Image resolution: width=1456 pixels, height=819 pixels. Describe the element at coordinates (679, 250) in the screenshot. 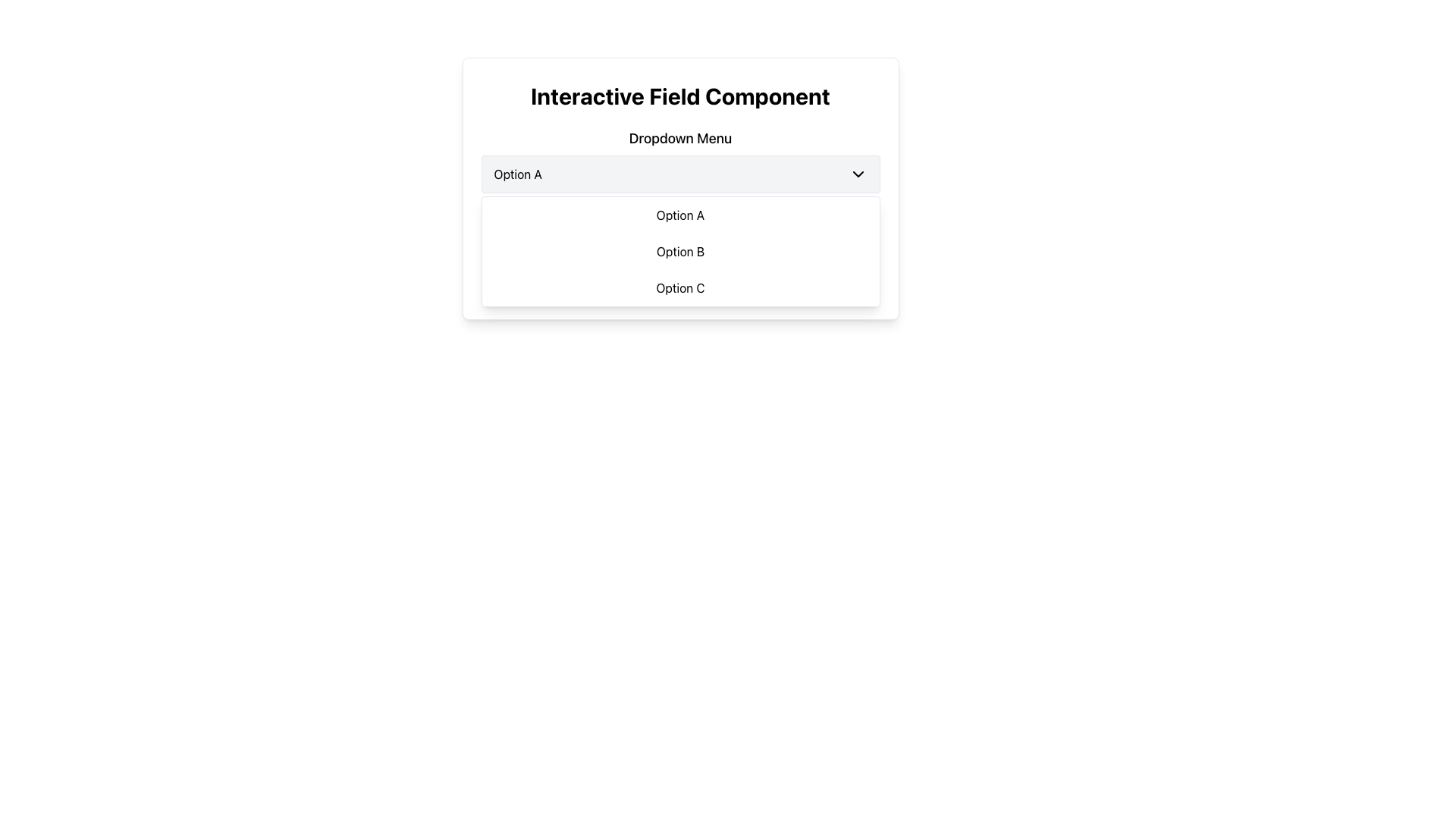

I see `the second item in the dropdown menu` at that location.